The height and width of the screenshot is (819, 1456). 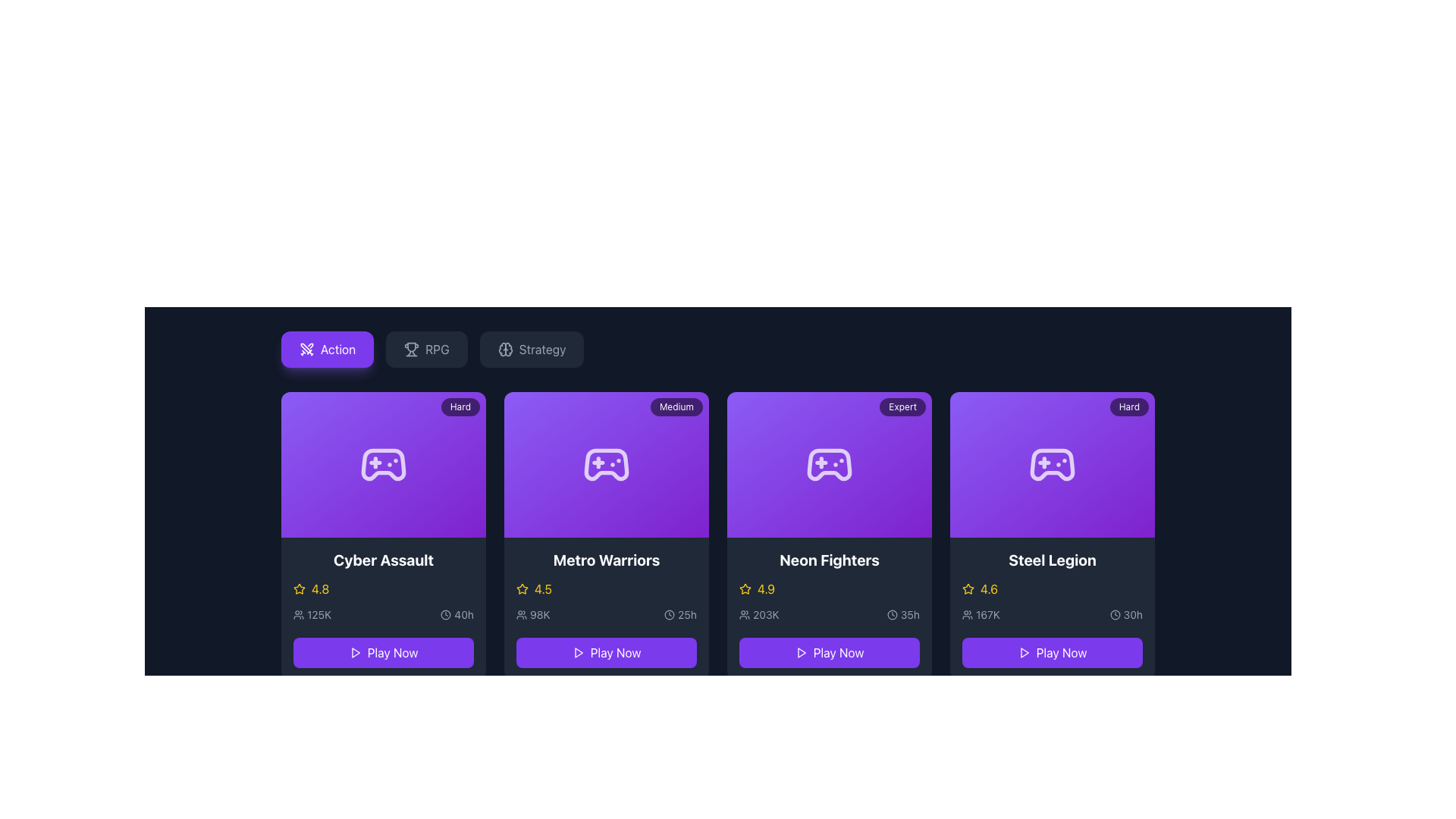 What do you see at coordinates (829, 648) in the screenshot?
I see `the 'Play' button for the game 'Neon Fighters' located at the bottom of the third game card to observe the hover effects` at bounding box center [829, 648].